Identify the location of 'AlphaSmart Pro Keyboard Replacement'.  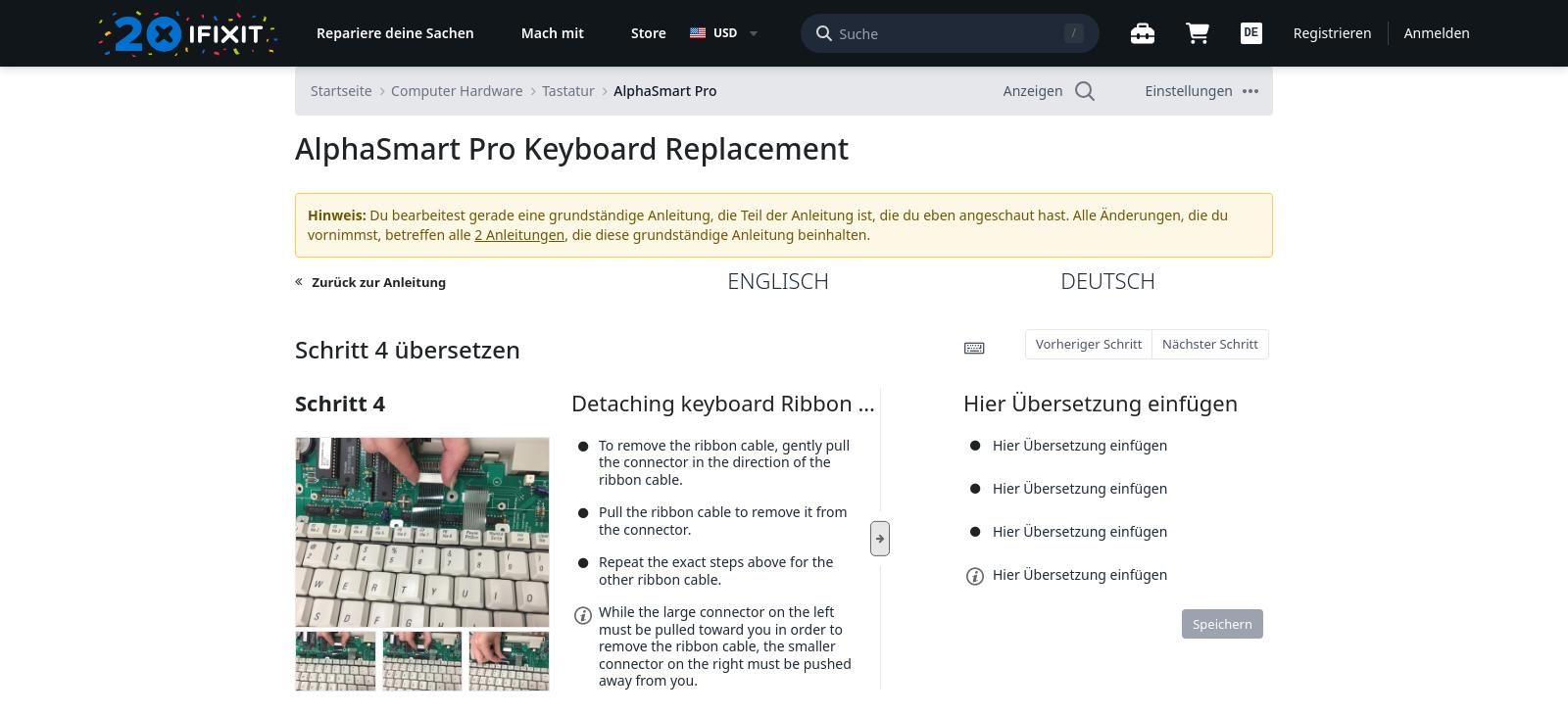
(570, 147).